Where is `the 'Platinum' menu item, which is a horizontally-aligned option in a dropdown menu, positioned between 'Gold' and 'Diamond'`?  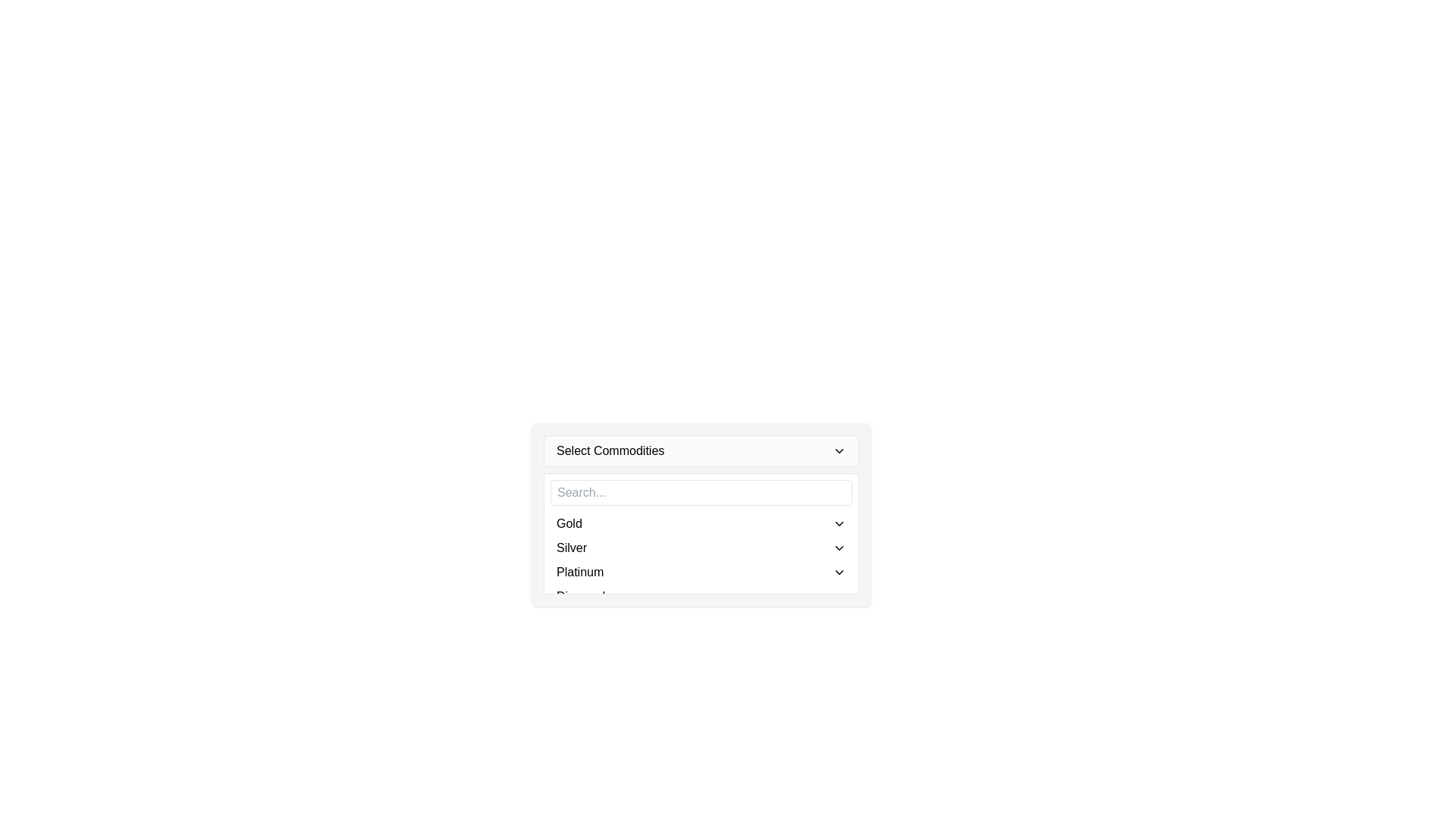 the 'Platinum' menu item, which is a horizontally-aligned option in a dropdown menu, positioned between 'Gold' and 'Diamond' is located at coordinates (701, 573).